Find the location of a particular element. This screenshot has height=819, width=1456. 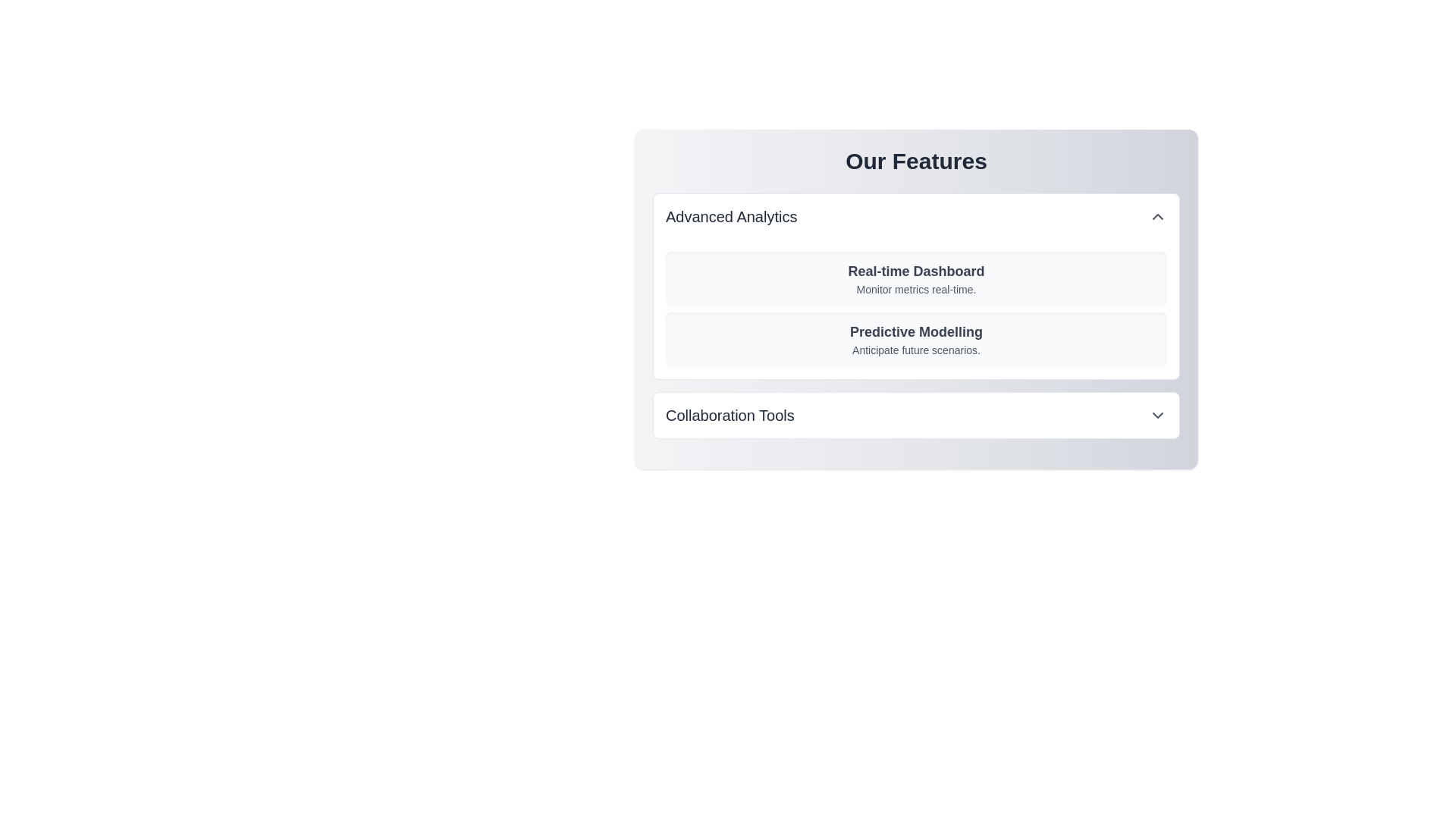

the 'Predictive Modelling' text label, which is styled in bold and larger font, located centrally within its rounded panel above the description text is located at coordinates (915, 331).